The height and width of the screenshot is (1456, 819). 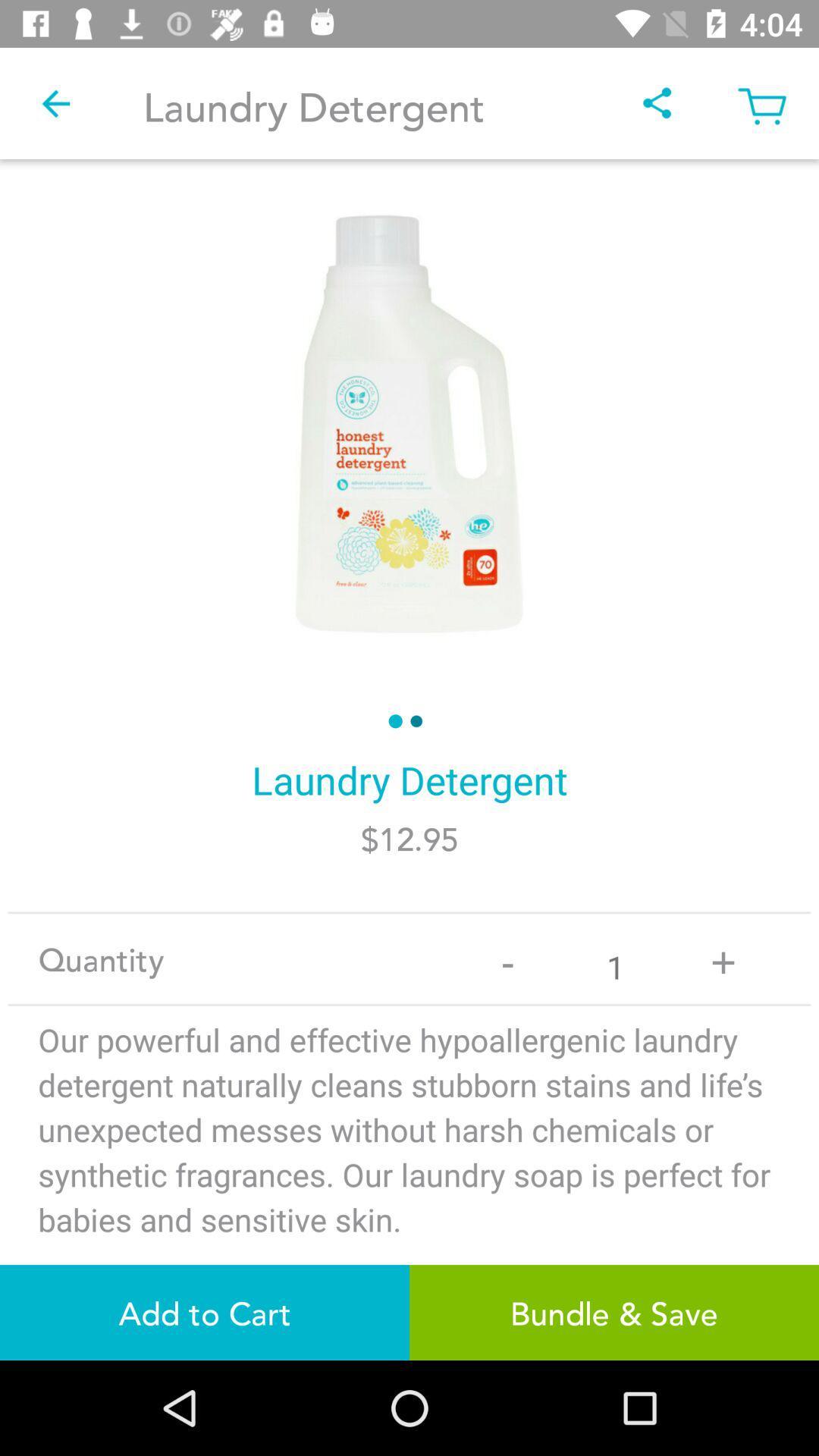 What do you see at coordinates (507, 958) in the screenshot?
I see `the -` at bounding box center [507, 958].